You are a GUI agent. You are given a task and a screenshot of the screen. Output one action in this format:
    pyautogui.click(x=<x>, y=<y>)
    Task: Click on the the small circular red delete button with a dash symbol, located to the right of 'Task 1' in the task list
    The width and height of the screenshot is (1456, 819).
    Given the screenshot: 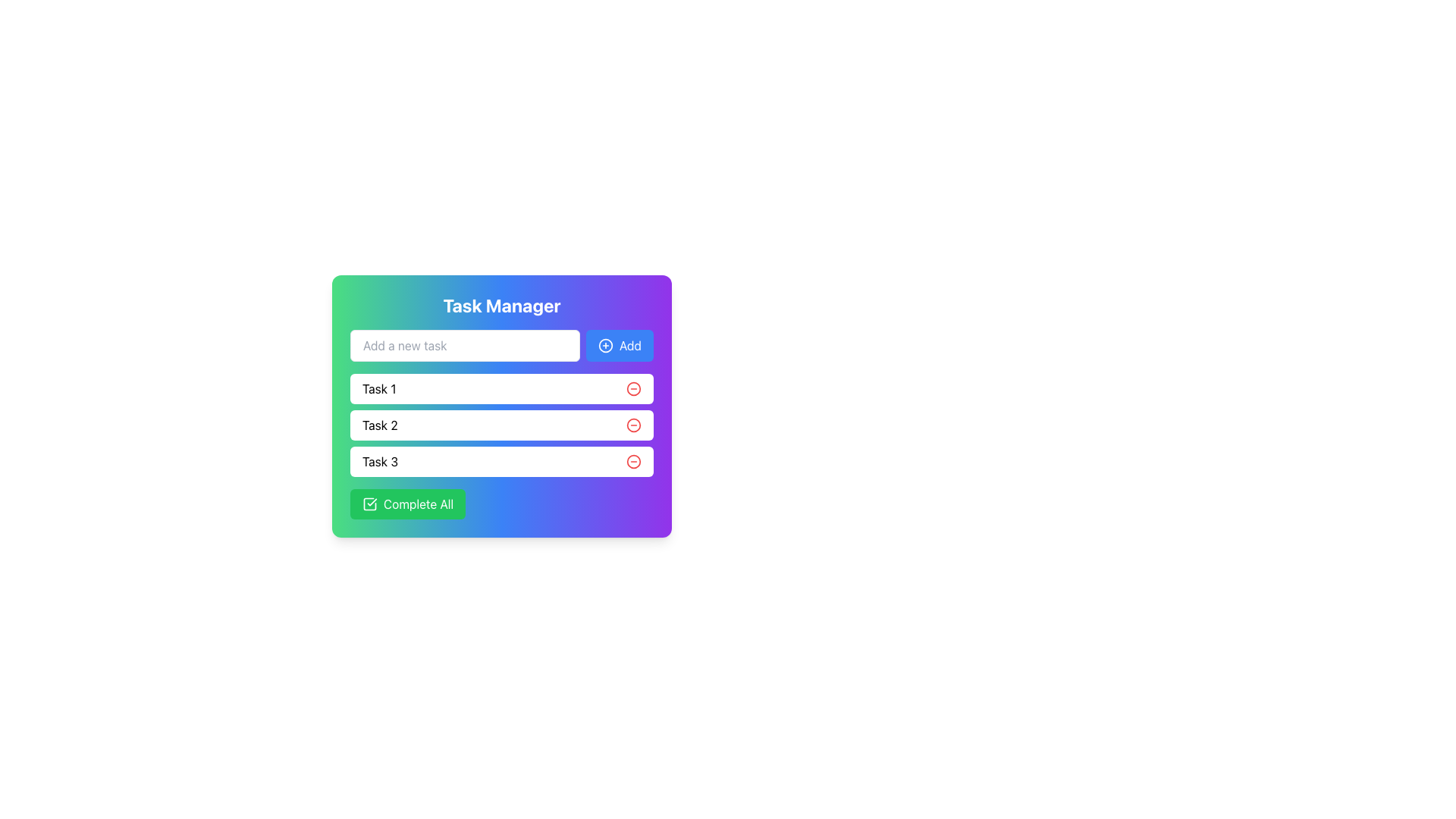 What is the action you would take?
    pyautogui.click(x=633, y=388)
    